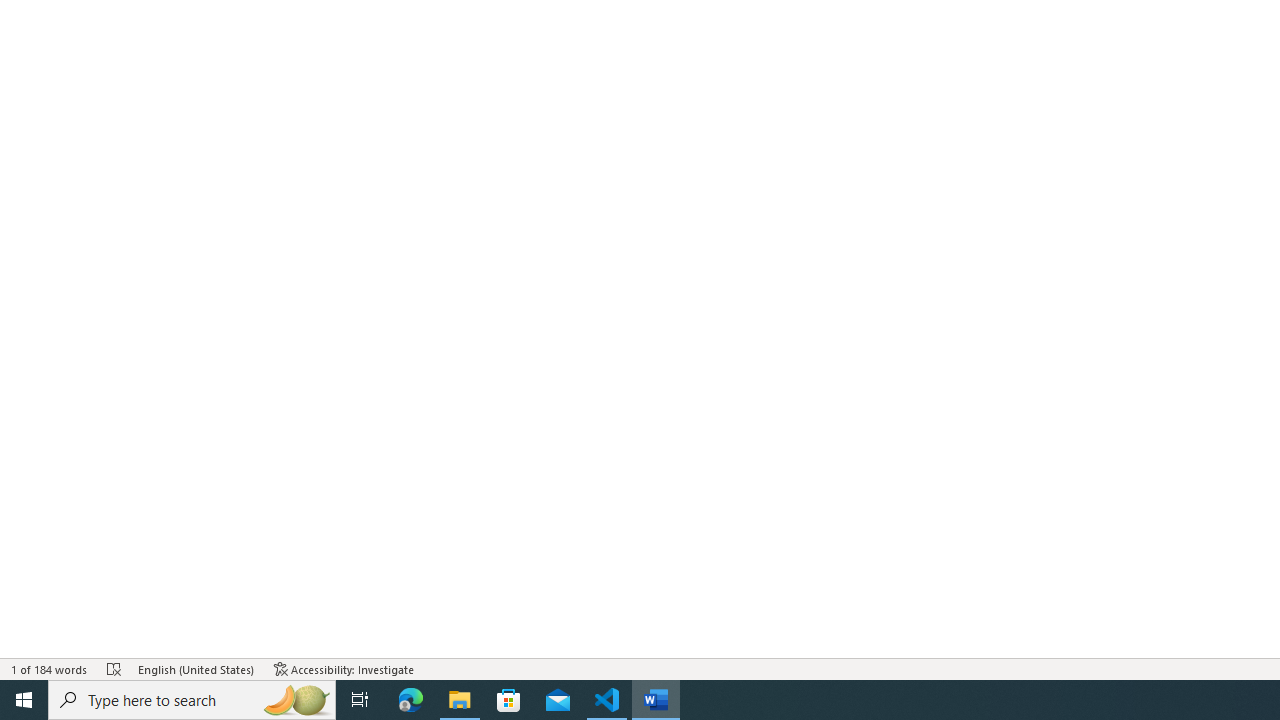  I want to click on 'Spelling and Grammar Check Errors', so click(113, 669).